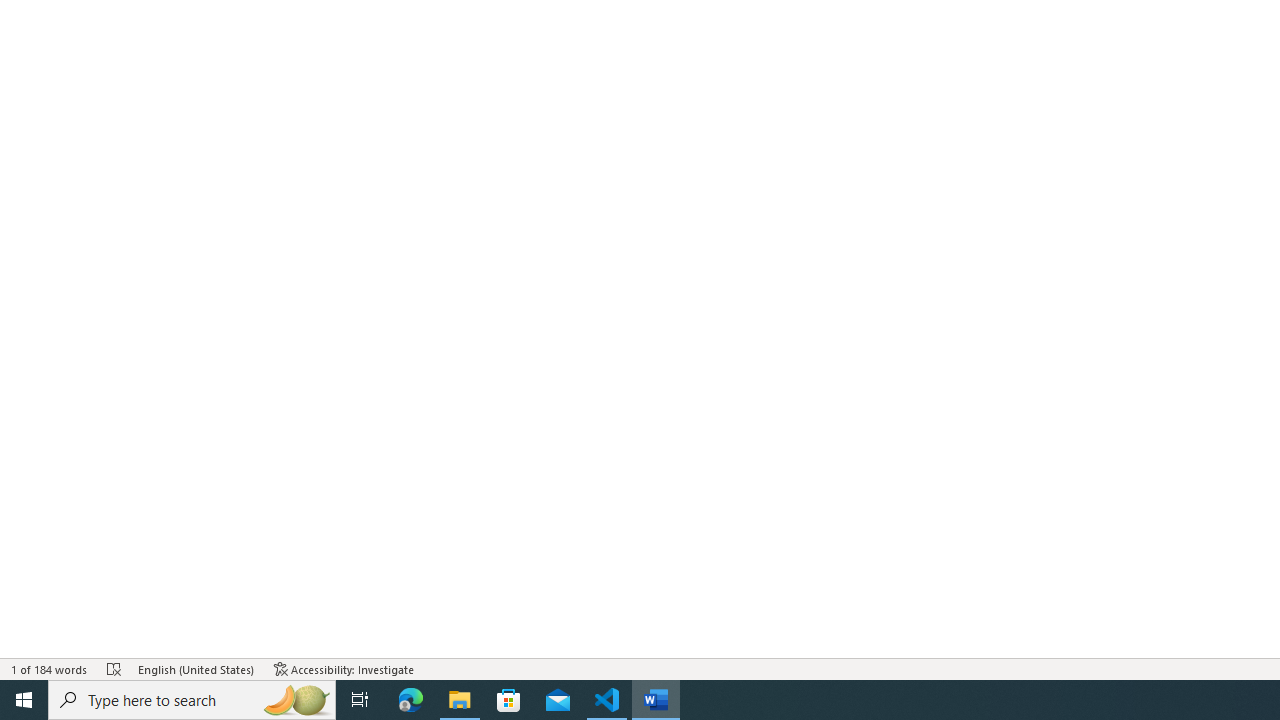  I want to click on 'Spelling and Grammar Check Errors', so click(113, 669).